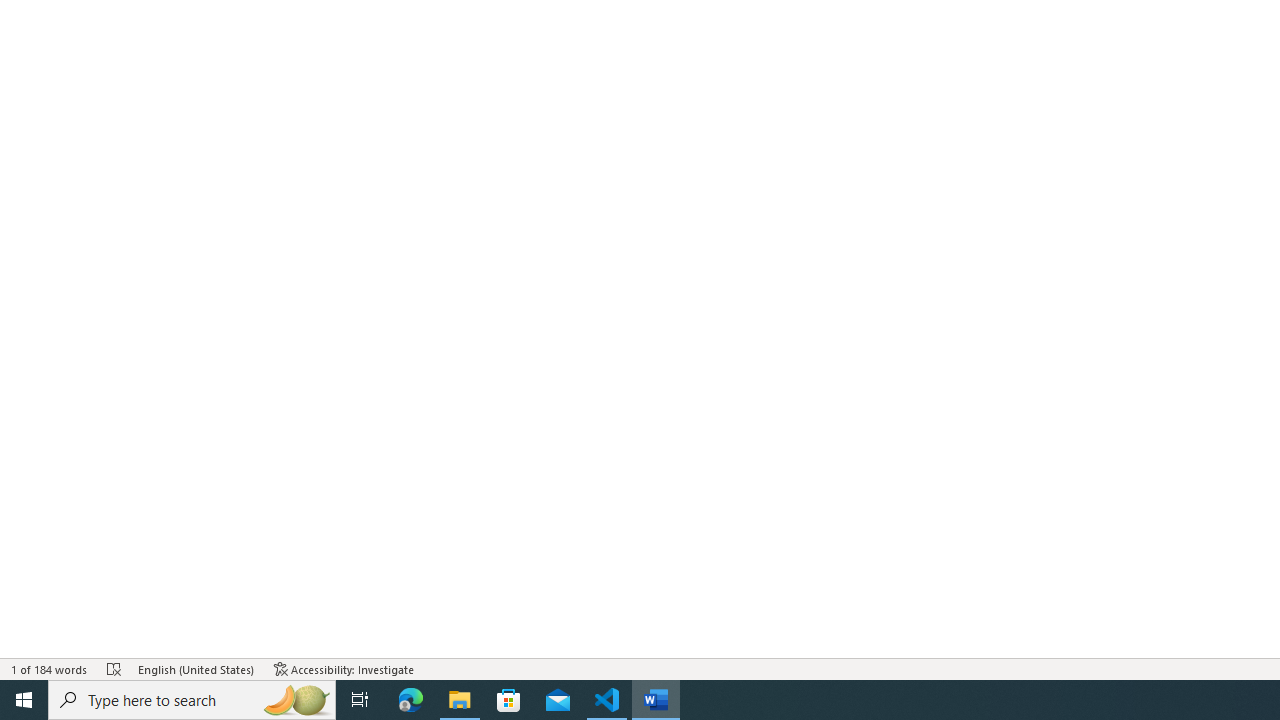  I want to click on 'Spelling and Grammar Check Errors', so click(113, 669).